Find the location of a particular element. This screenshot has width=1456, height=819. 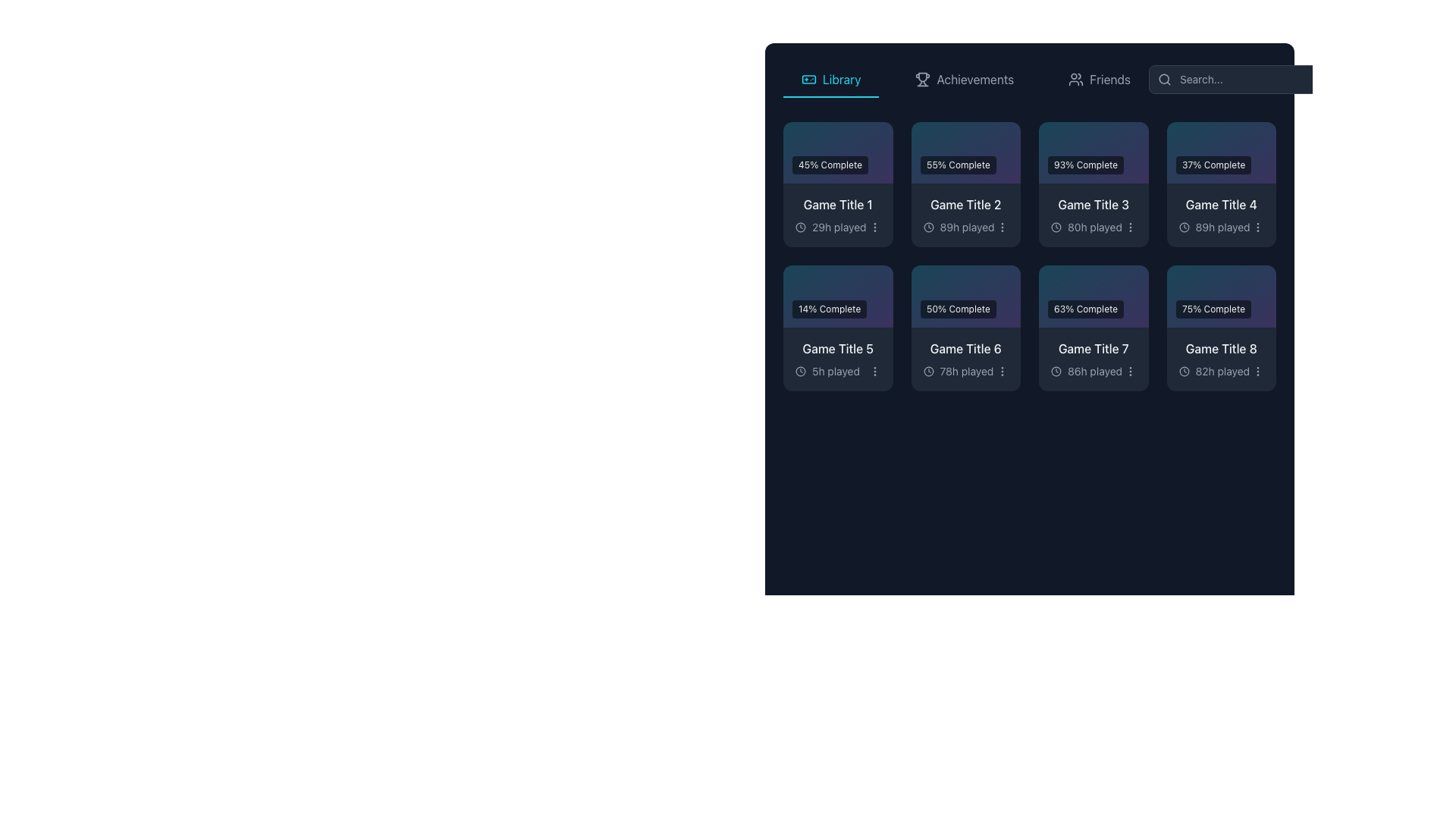

the text label displaying '86h played' with a clock icon, located at the bottom section of the card titled 'Game Title 7' is located at coordinates (1086, 371).